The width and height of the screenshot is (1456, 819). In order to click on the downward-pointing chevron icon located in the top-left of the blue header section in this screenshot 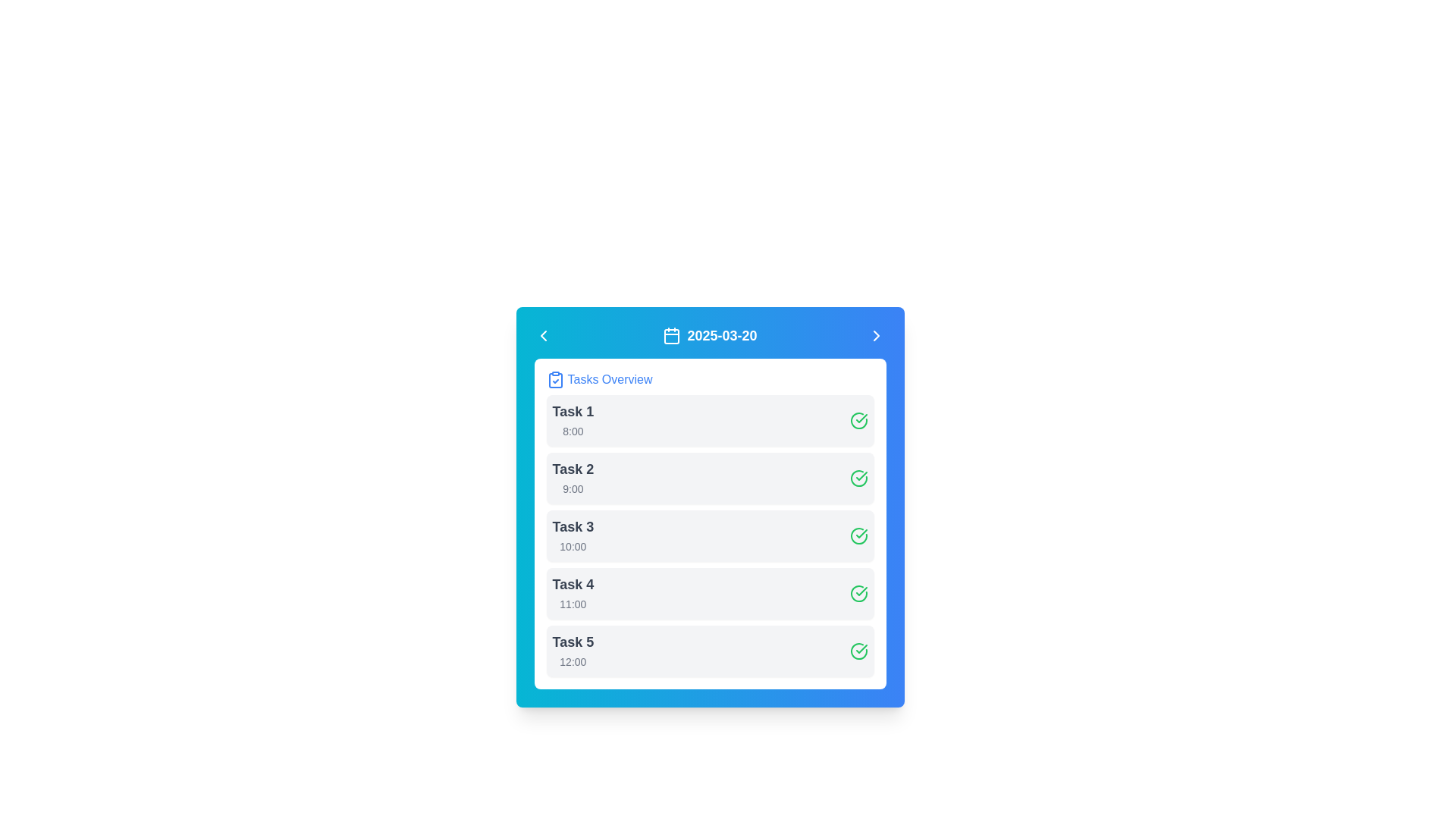, I will do `click(543, 335)`.